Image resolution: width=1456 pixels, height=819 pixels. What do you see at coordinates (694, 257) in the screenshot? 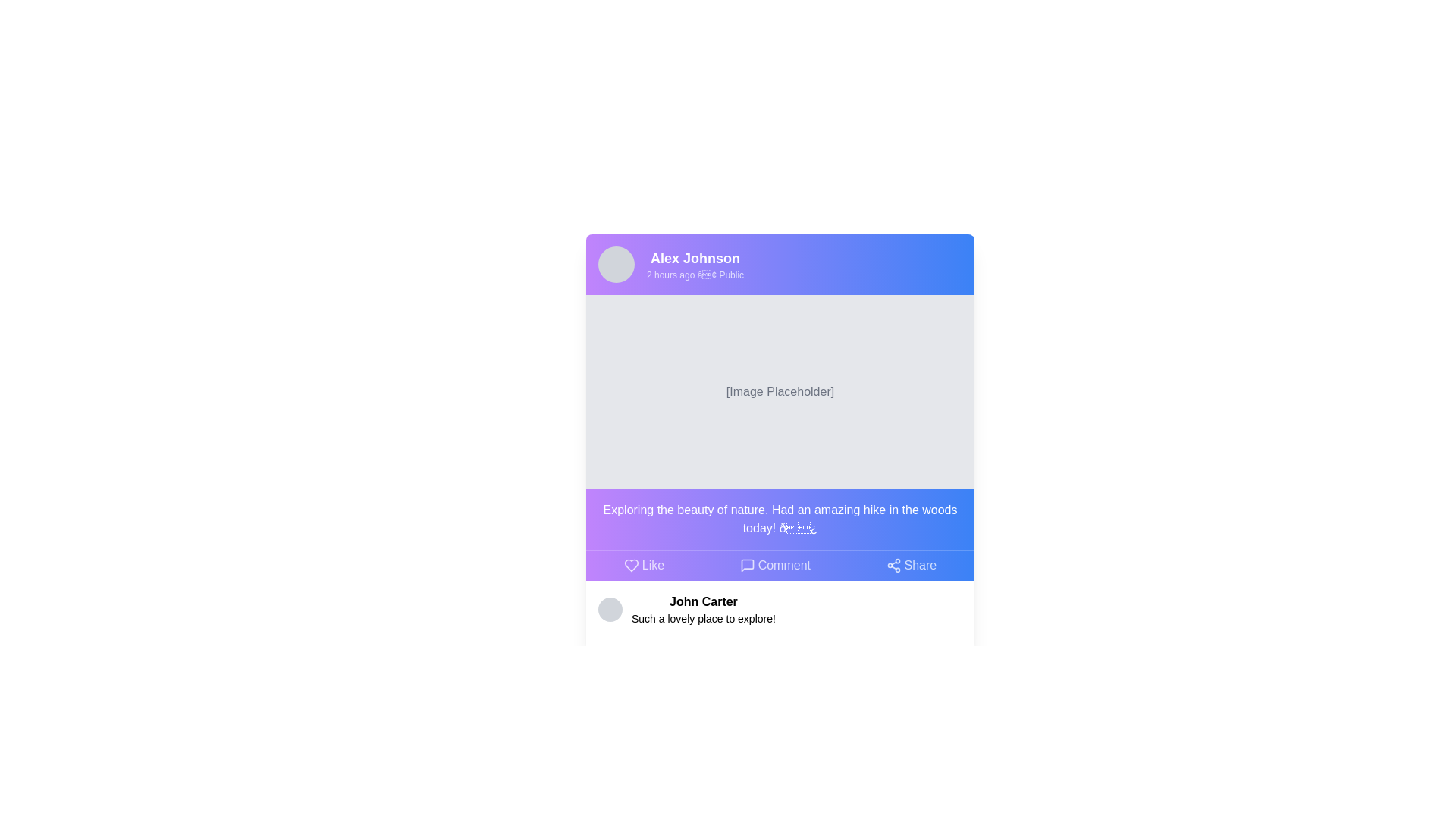
I see `text label identifying the author or user associated with the post, located in the upper-left section of the interface, before the text '2 hours ago • Public'` at bounding box center [694, 257].